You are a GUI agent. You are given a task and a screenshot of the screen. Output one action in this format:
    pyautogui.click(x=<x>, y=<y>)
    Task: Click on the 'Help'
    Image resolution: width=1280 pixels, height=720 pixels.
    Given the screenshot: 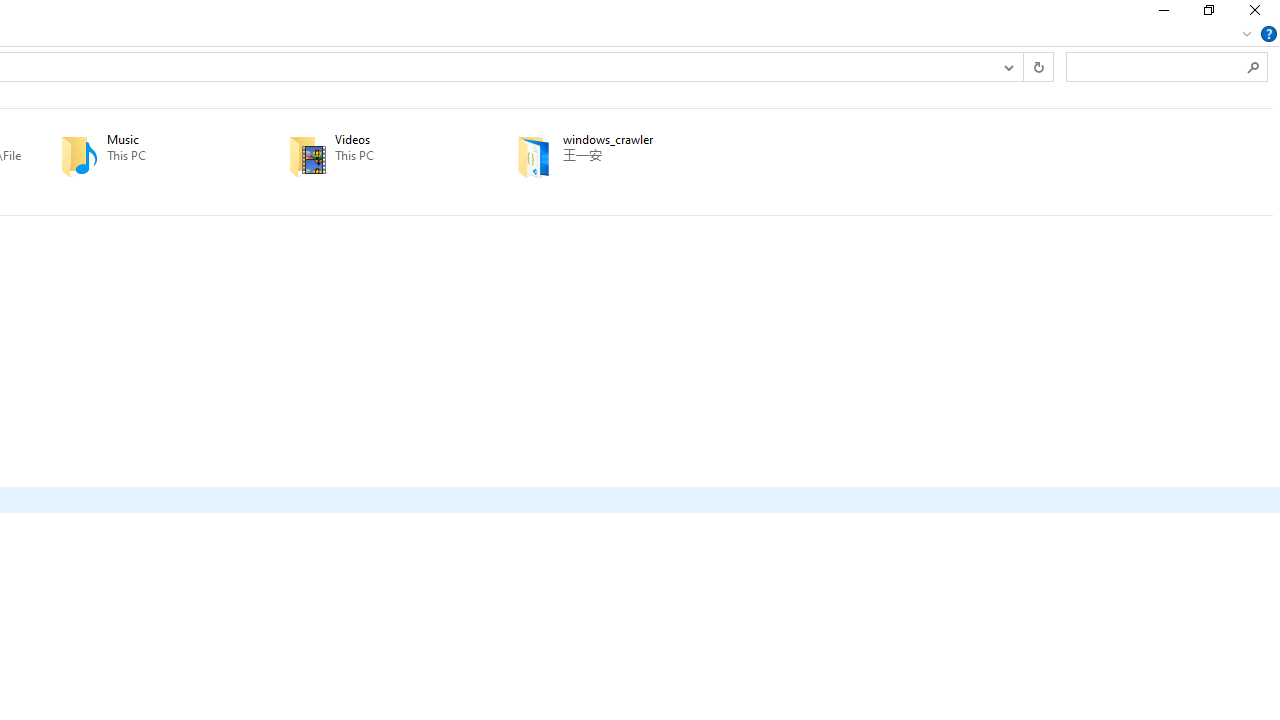 What is the action you would take?
    pyautogui.click(x=1268, y=33)
    